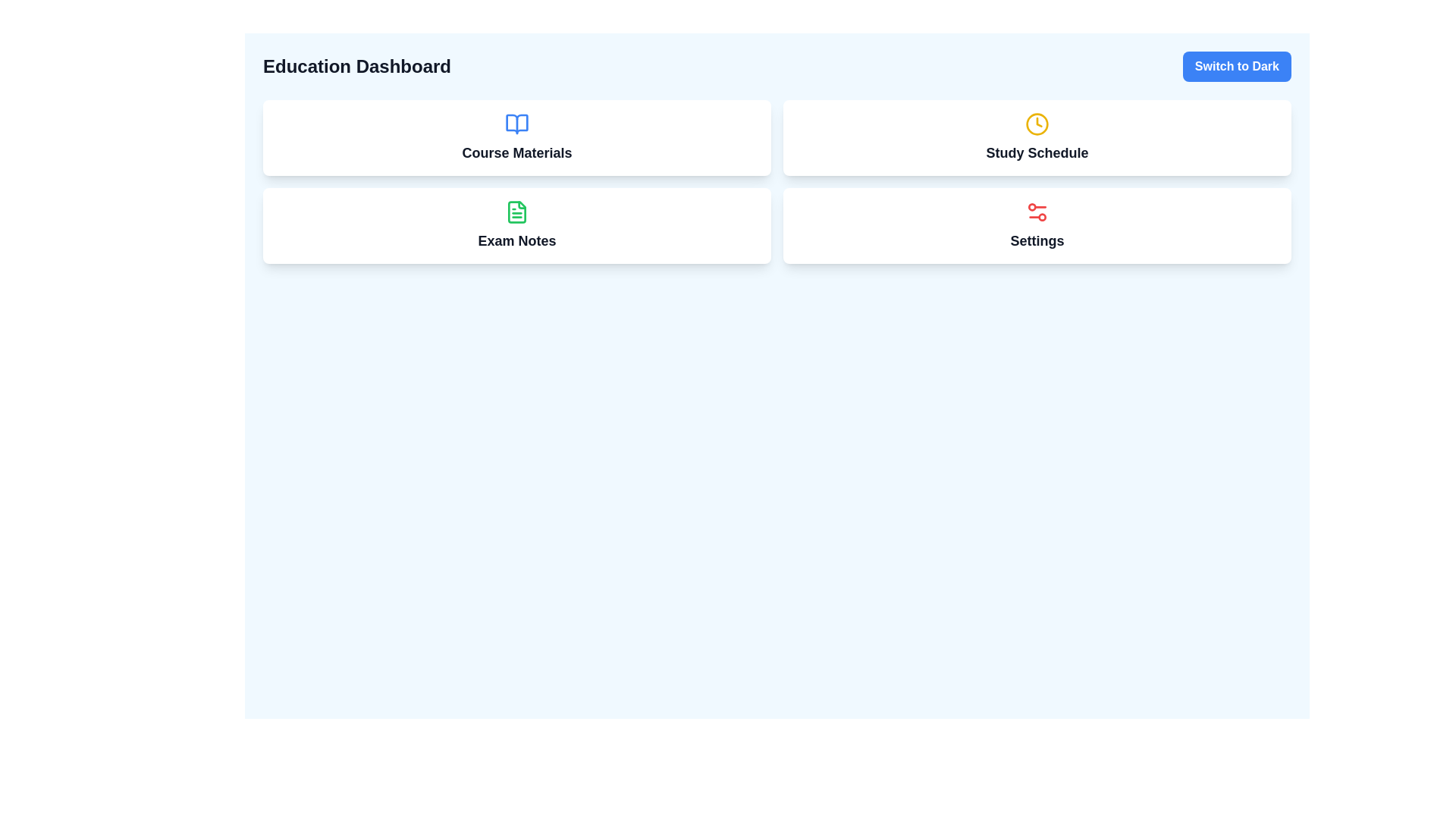 The width and height of the screenshot is (1456, 819). I want to click on the 'Settings' icon located at the top center of the 'Settings' section panel, right below the title 'Settings', so click(1037, 212).